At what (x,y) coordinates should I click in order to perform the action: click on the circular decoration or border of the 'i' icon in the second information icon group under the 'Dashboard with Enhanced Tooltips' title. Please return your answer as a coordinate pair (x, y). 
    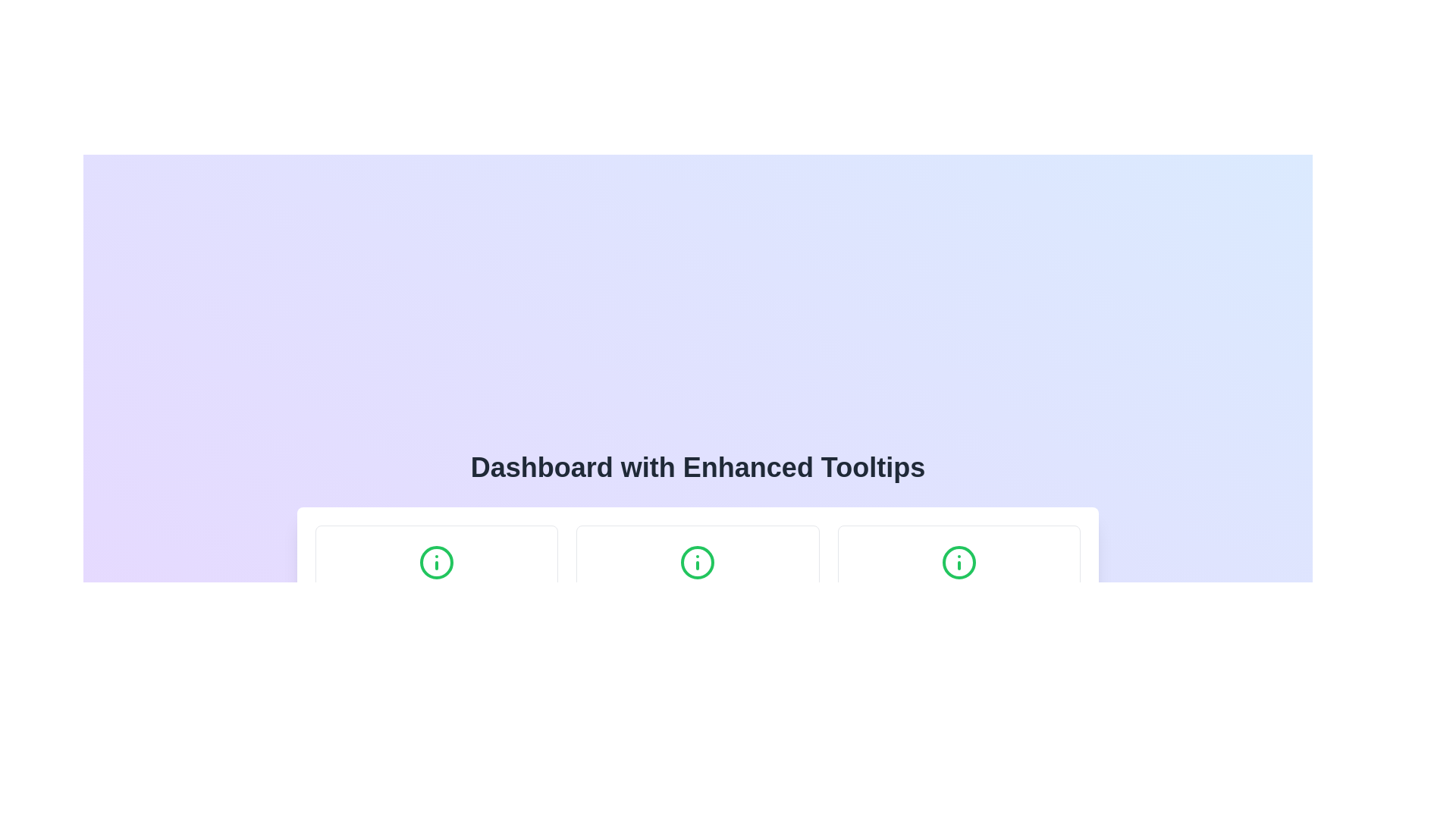
    Looking at the image, I should click on (697, 562).